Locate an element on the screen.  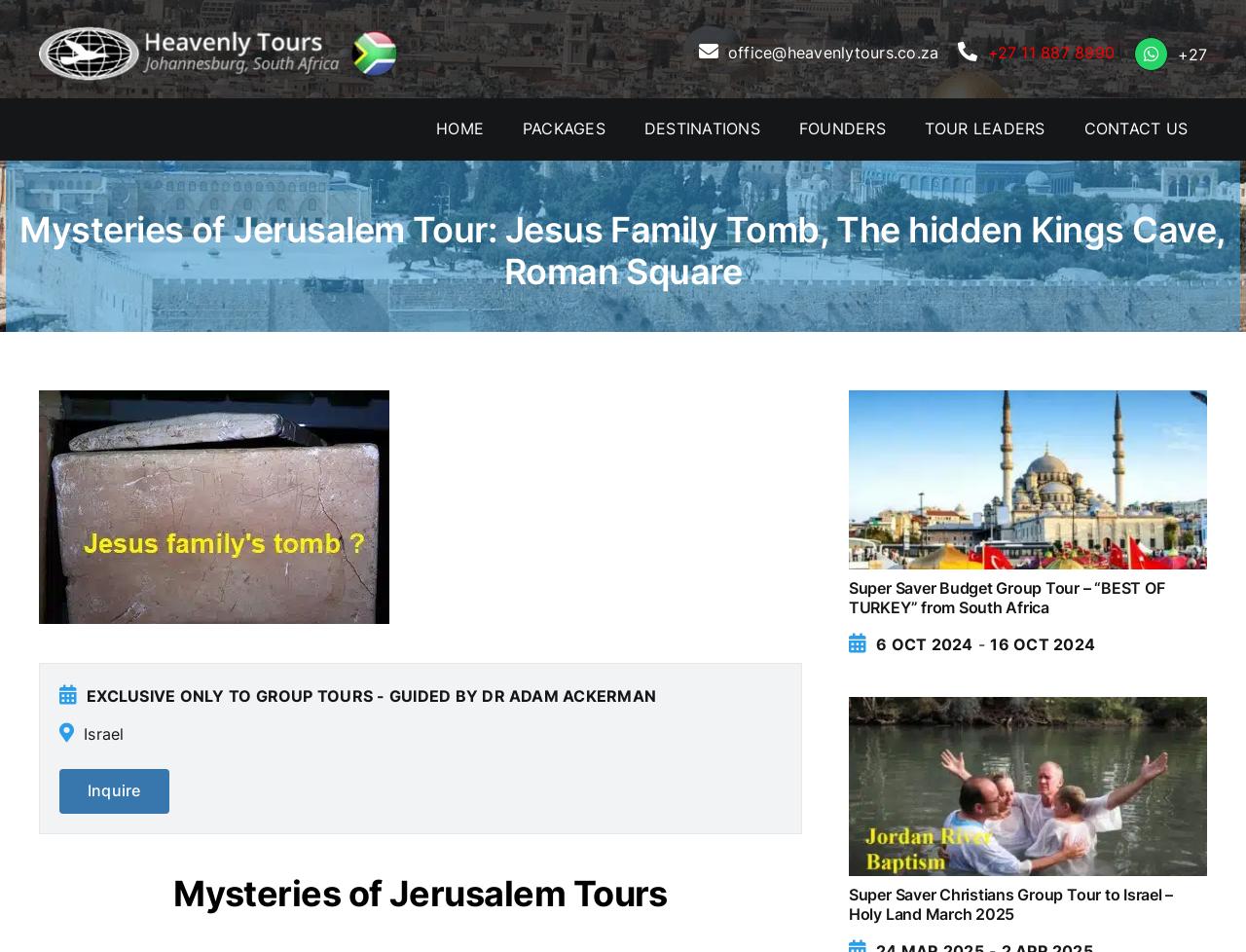
'Inquire' is located at coordinates (112, 789).